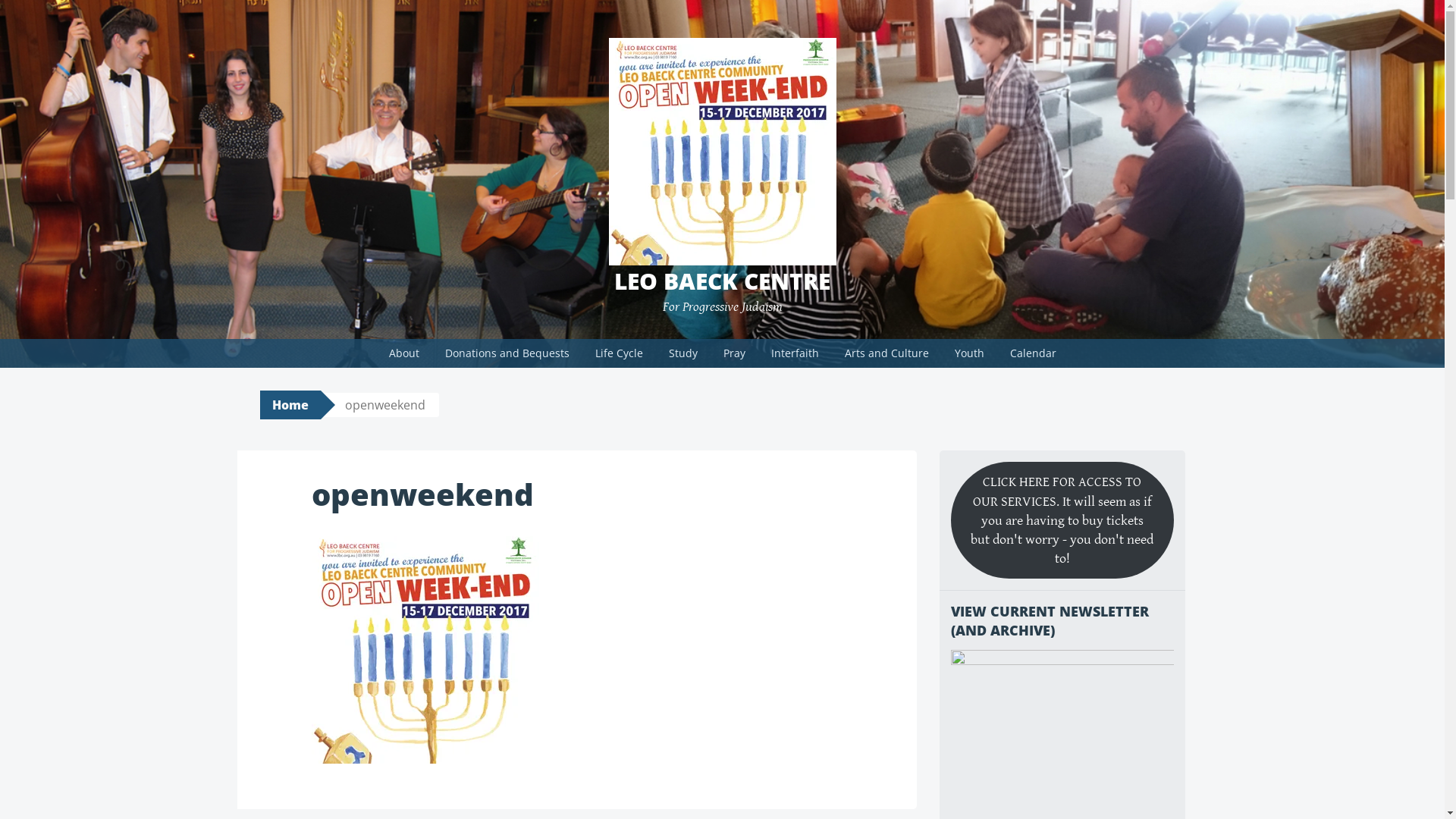 The width and height of the screenshot is (1456, 819). What do you see at coordinates (710, 353) in the screenshot?
I see `'Pray'` at bounding box center [710, 353].